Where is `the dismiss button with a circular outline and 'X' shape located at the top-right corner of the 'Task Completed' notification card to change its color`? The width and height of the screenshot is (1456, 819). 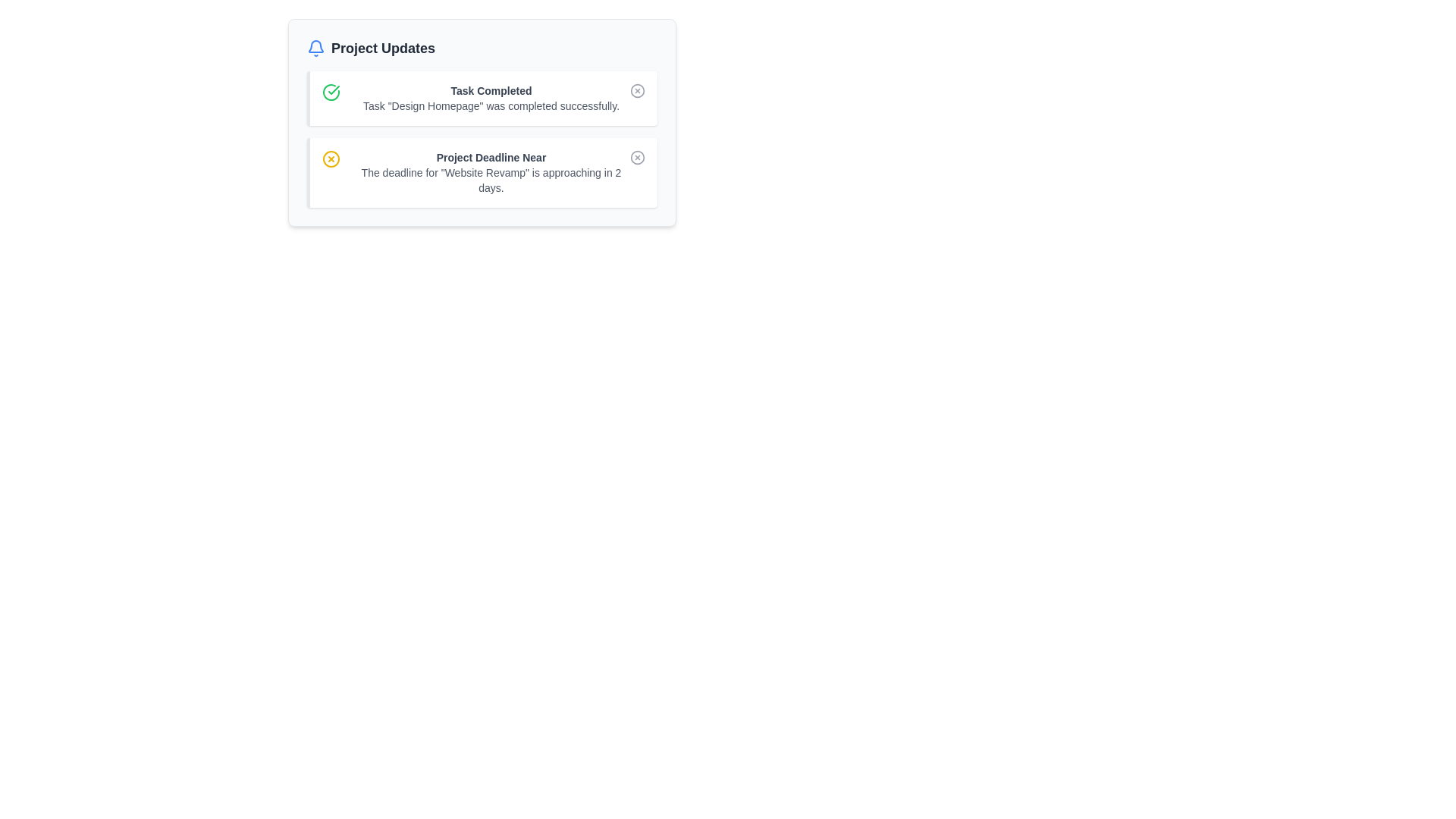
the dismiss button with a circular outline and 'X' shape located at the top-right corner of the 'Task Completed' notification card to change its color is located at coordinates (637, 90).